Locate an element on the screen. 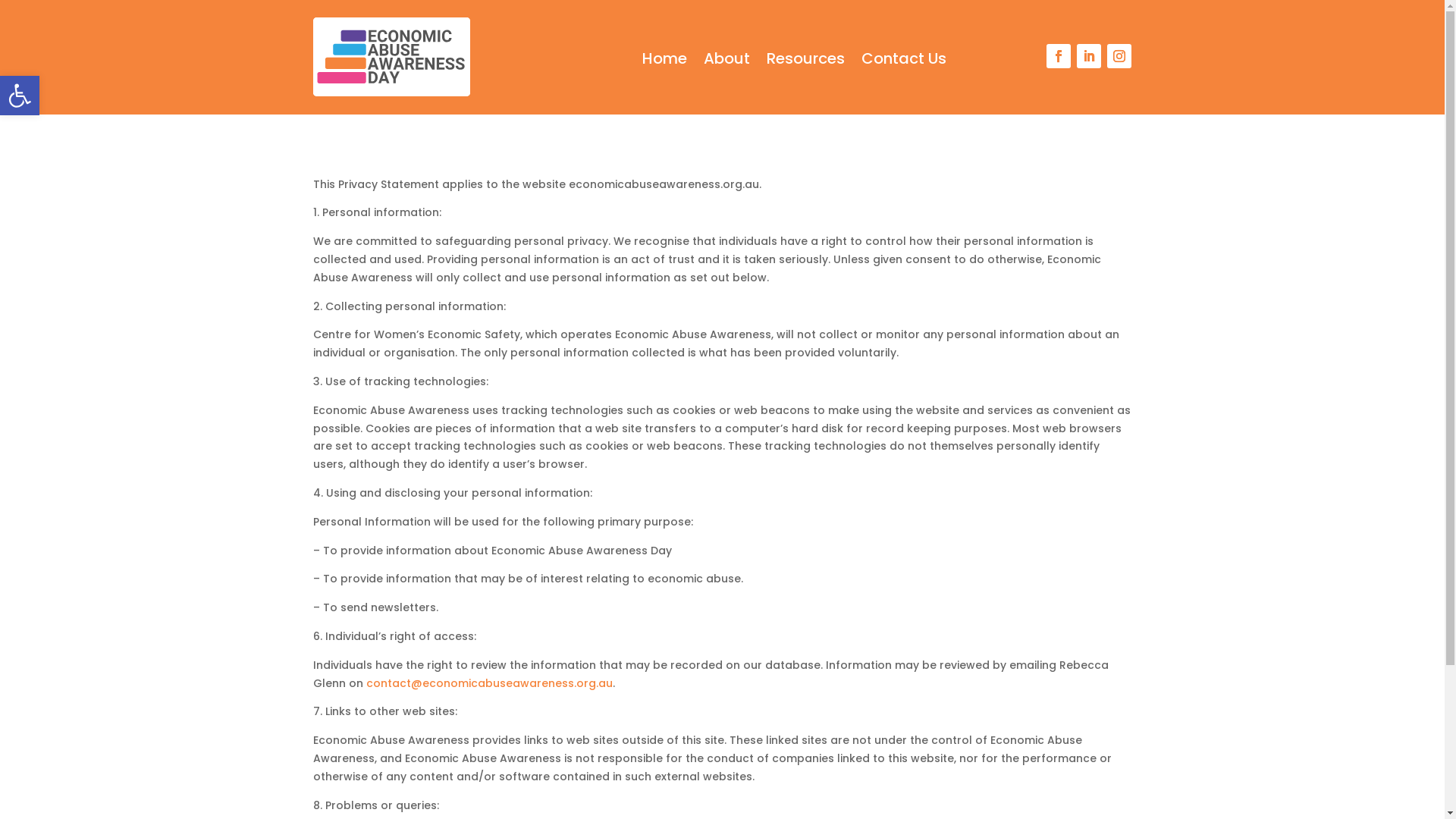 The height and width of the screenshot is (819, 1456). 'About' is located at coordinates (702, 61).